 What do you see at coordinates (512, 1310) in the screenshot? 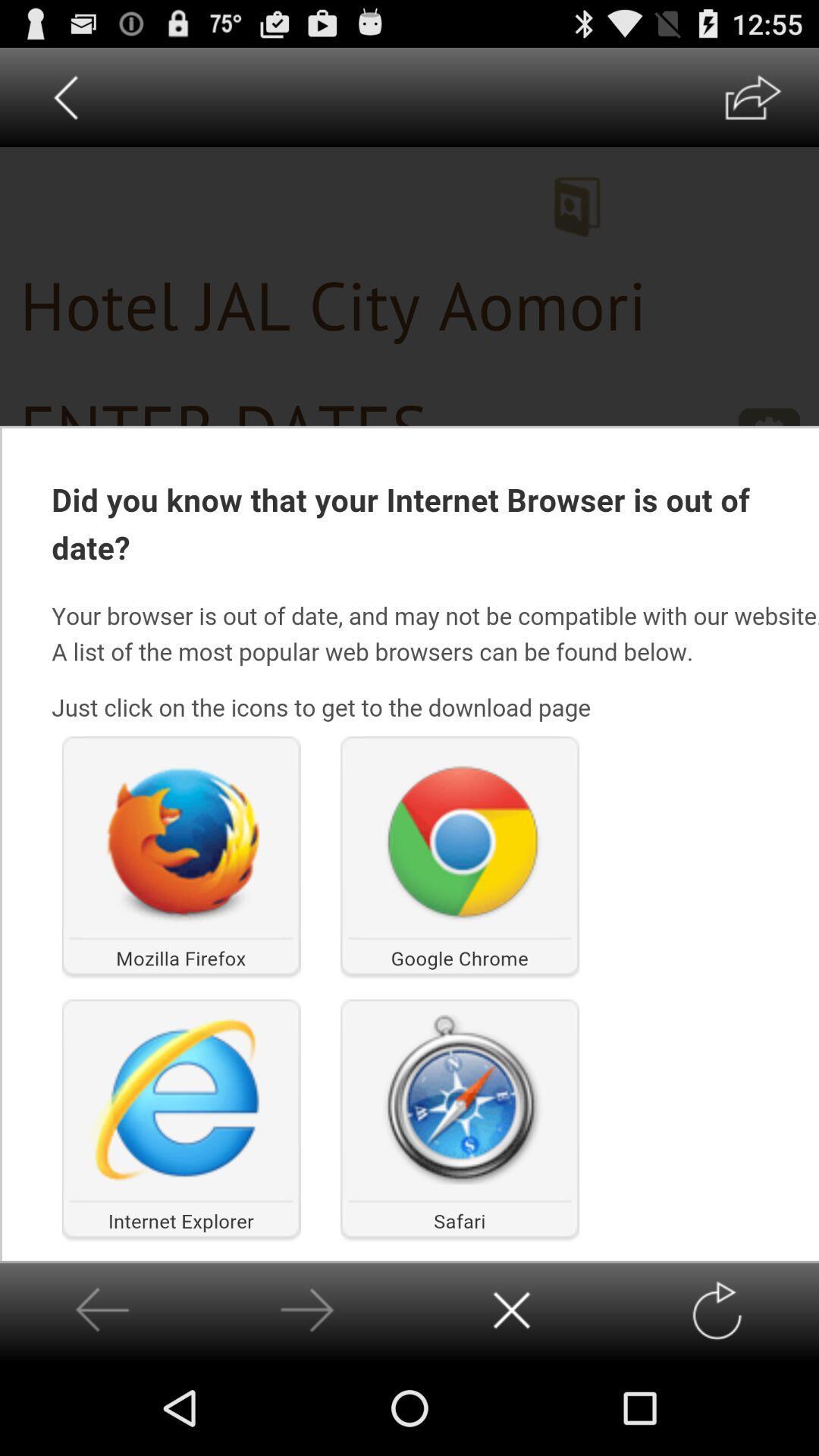
I see `the window` at bounding box center [512, 1310].